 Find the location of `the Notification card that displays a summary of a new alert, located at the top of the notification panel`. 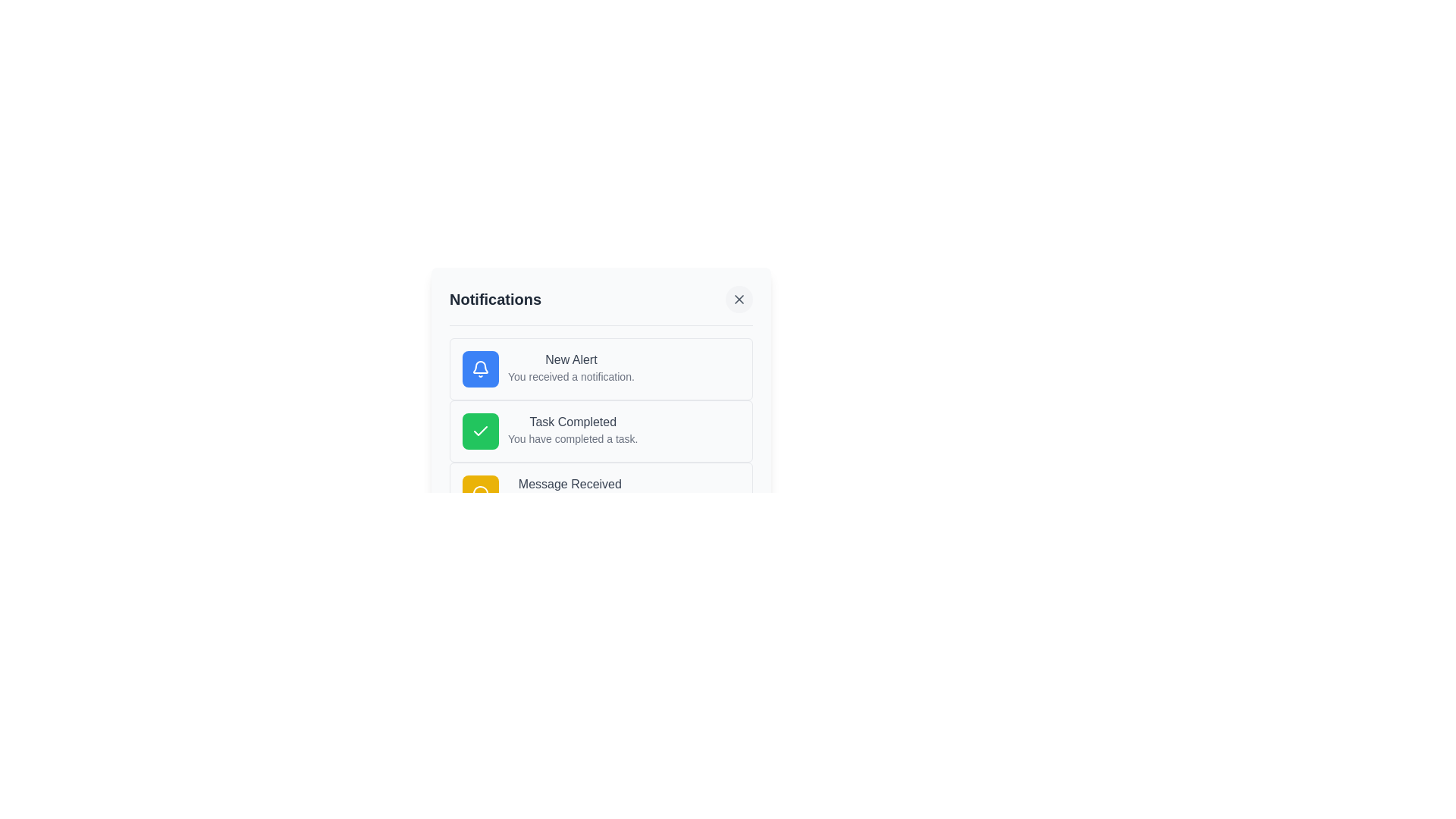

the Notification card that displays a summary of a new alert, located at the top of the notification panel is located at coordinates (600, 369).